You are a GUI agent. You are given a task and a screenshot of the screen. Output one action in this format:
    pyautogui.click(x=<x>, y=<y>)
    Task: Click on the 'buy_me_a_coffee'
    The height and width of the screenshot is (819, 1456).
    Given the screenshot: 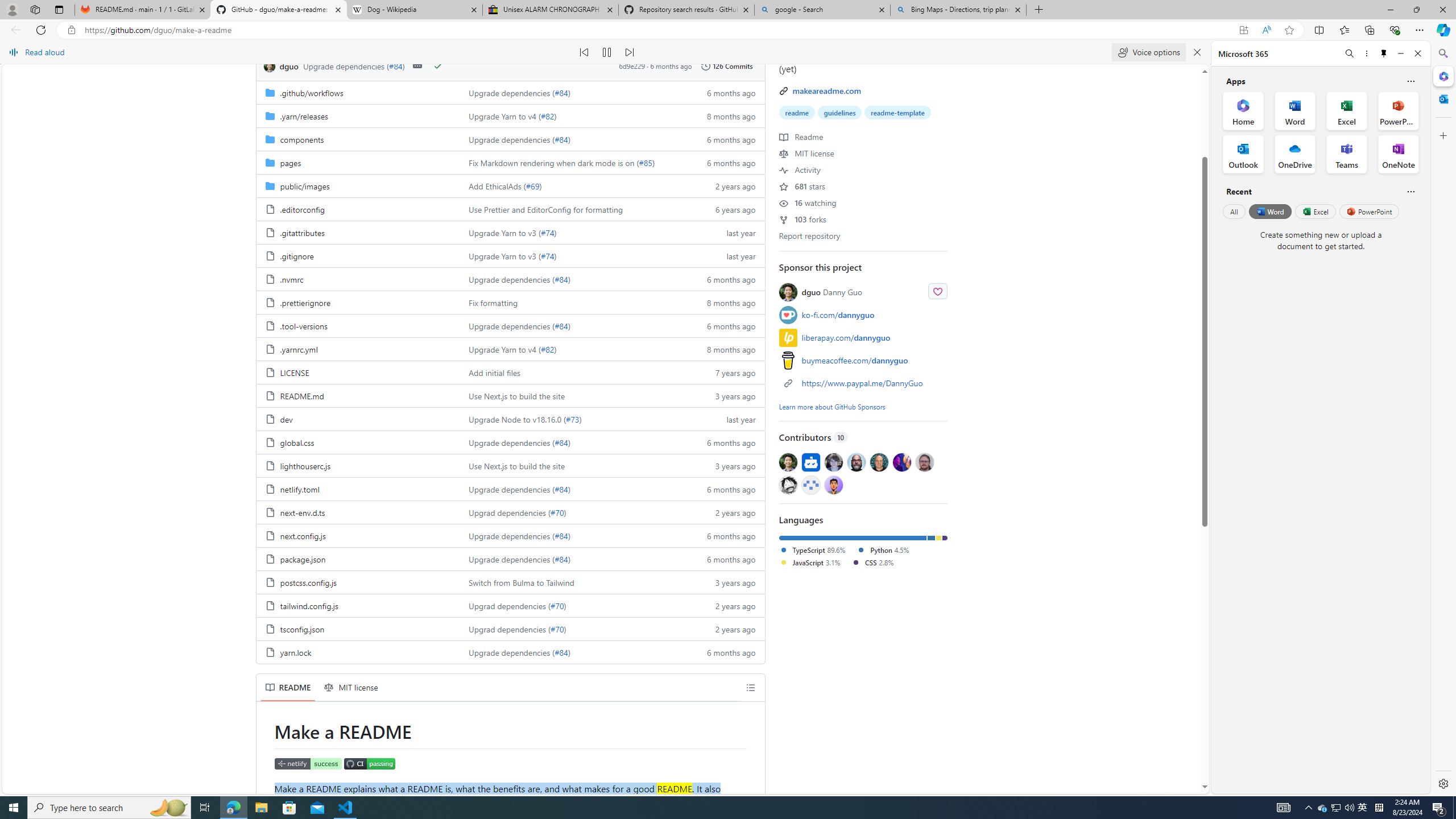 What is the action you would take?
    pyautogui.click(x=788, y=359)
    